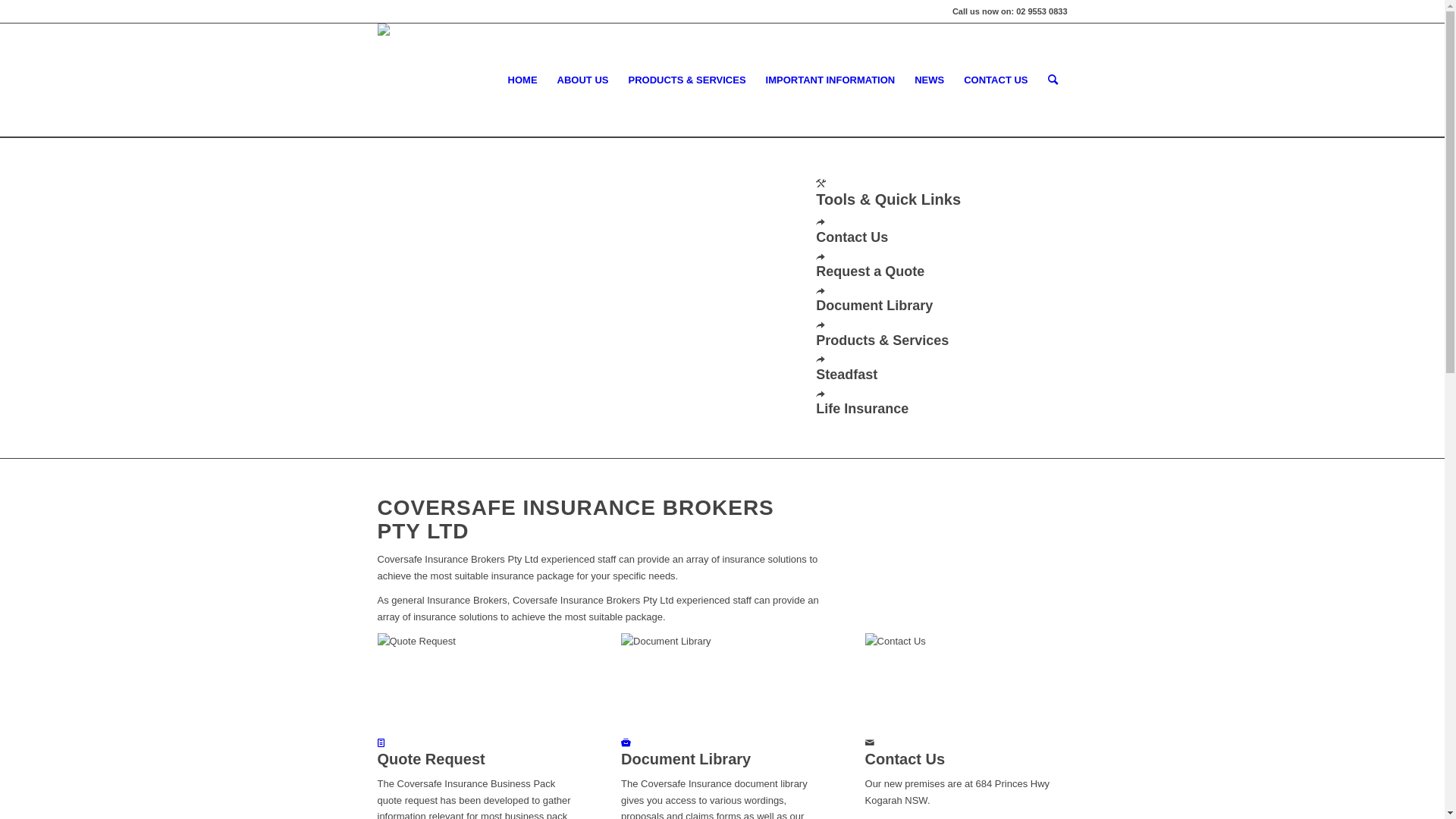 Image resolution: width=1456 pixels, height=819 pixels. I want to click on 'CONTACT US', so click(996, 80).